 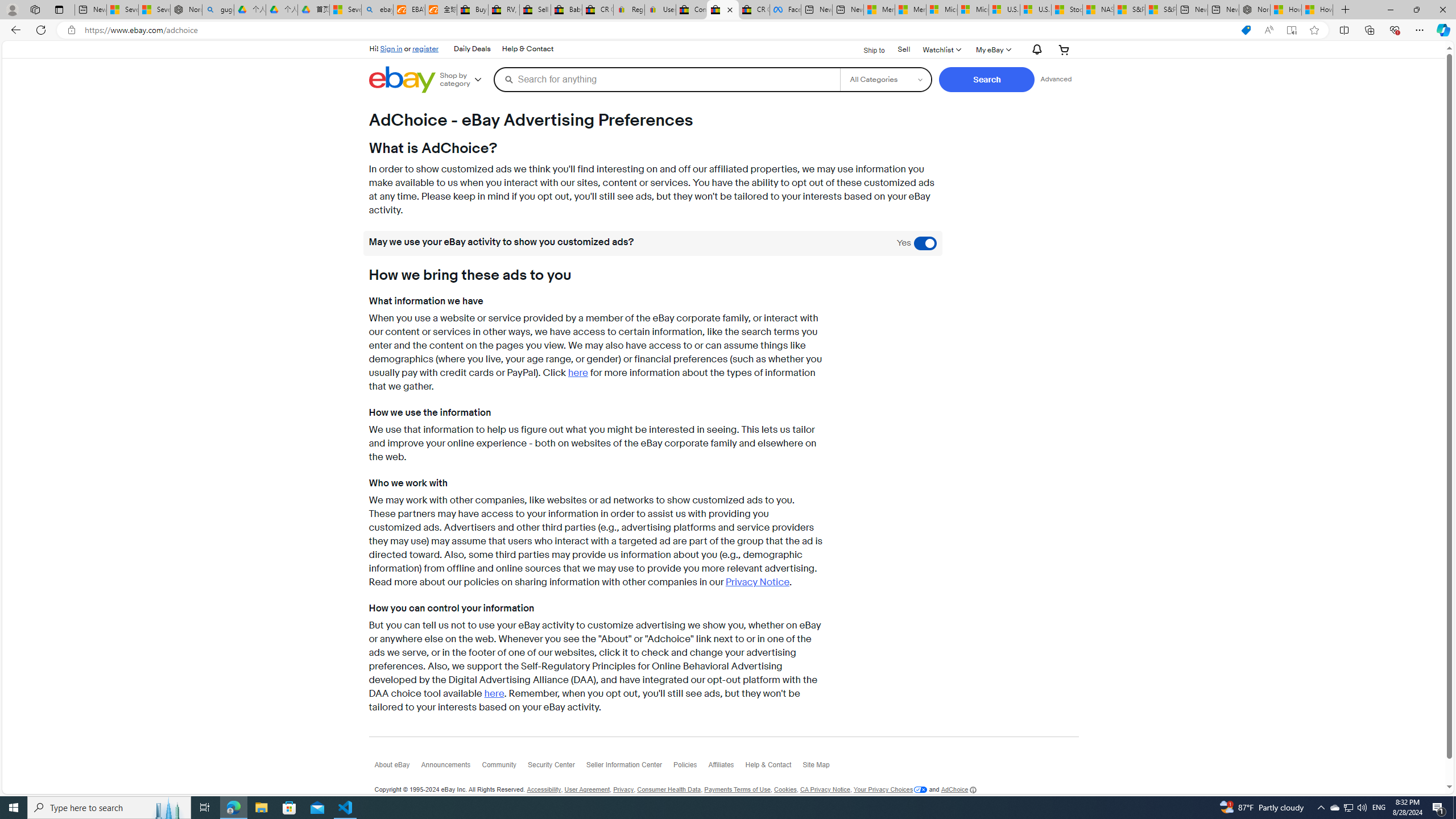 I want to click on 'WatchlistExpand Watch List', so click(x=941, y=49).